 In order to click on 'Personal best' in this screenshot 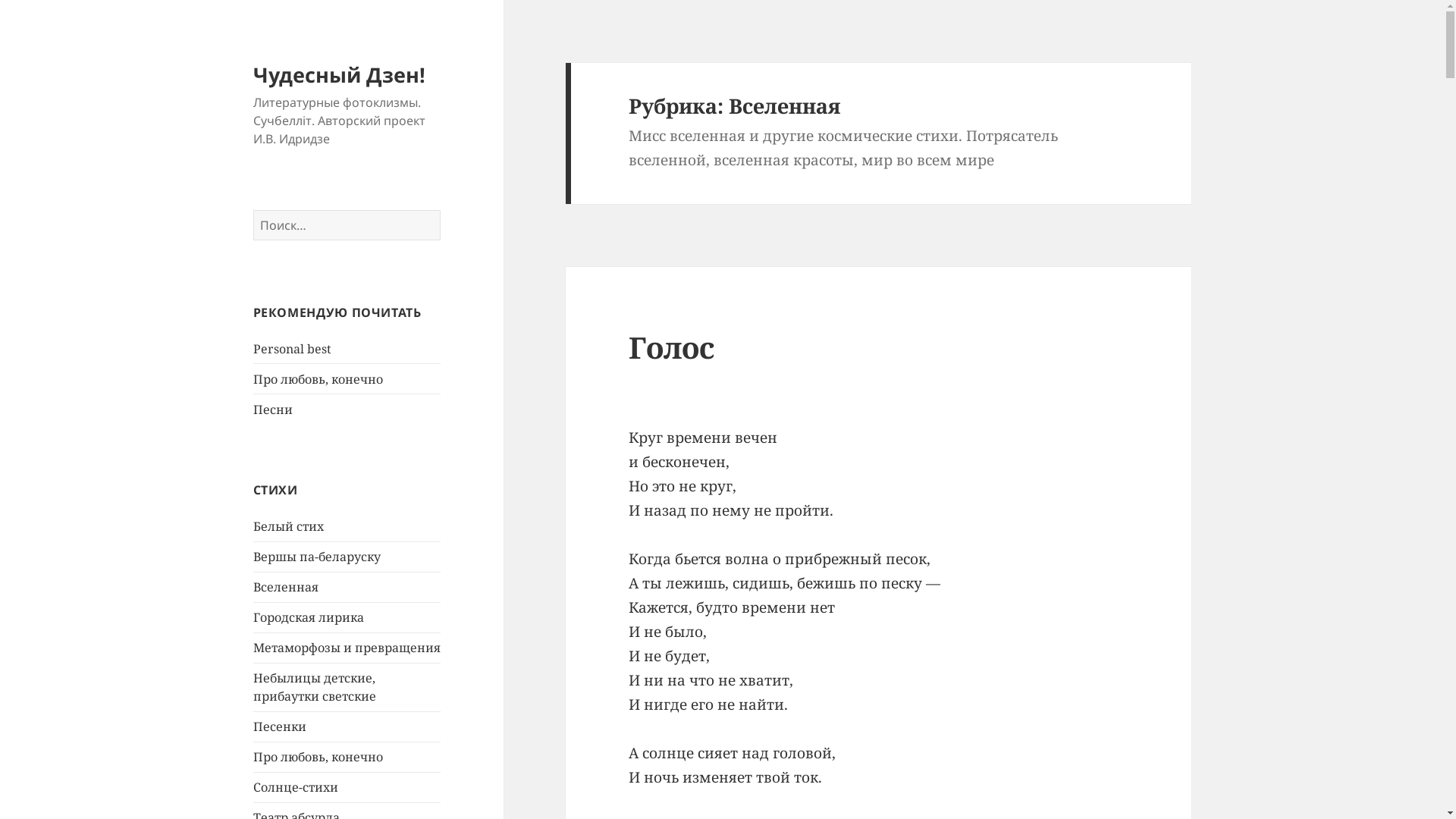, I will do `click(253, 348)`.